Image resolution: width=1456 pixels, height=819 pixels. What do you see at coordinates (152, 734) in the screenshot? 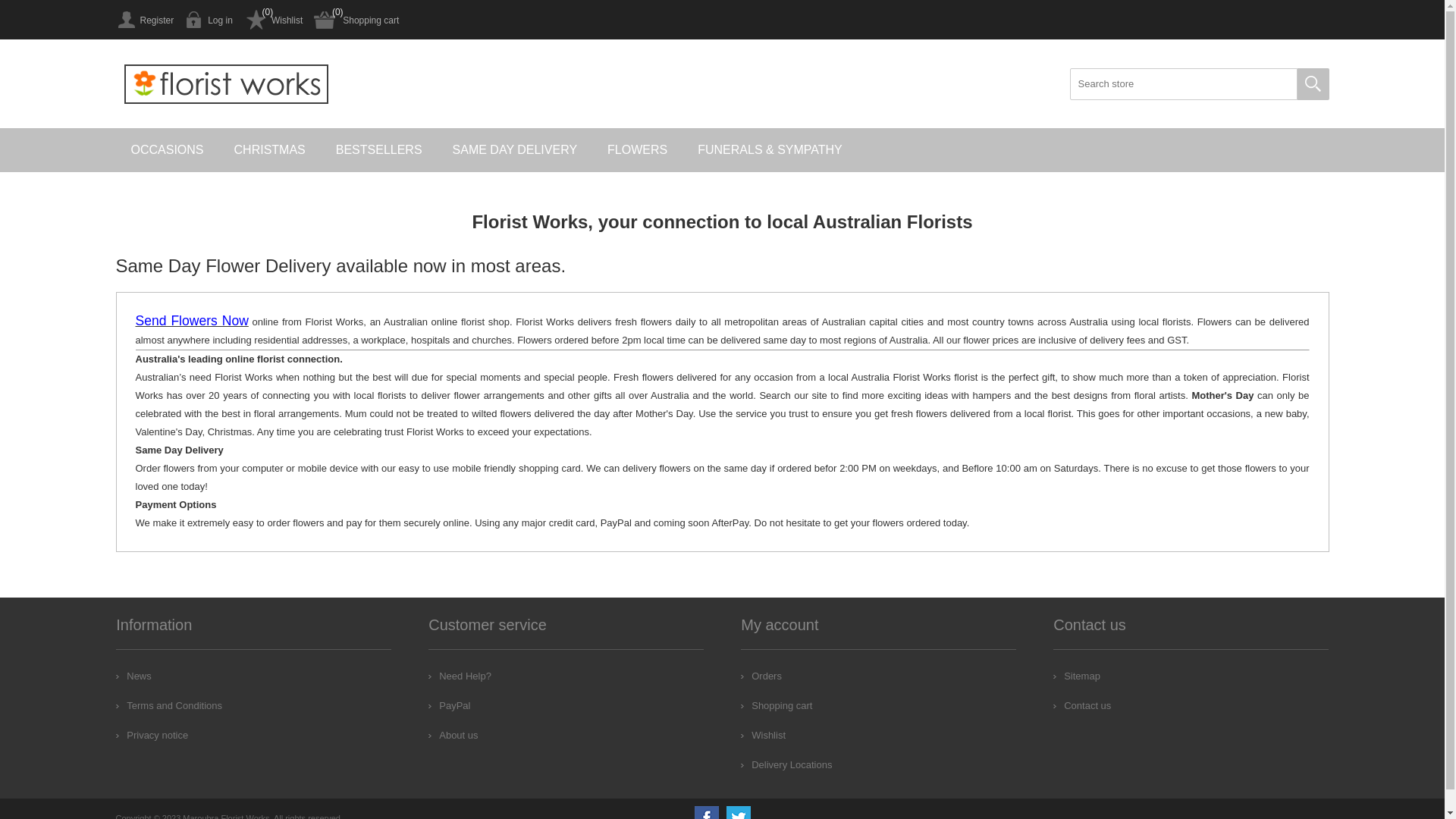
I see `'Privacy notice'` at bounding box center [152, 734].